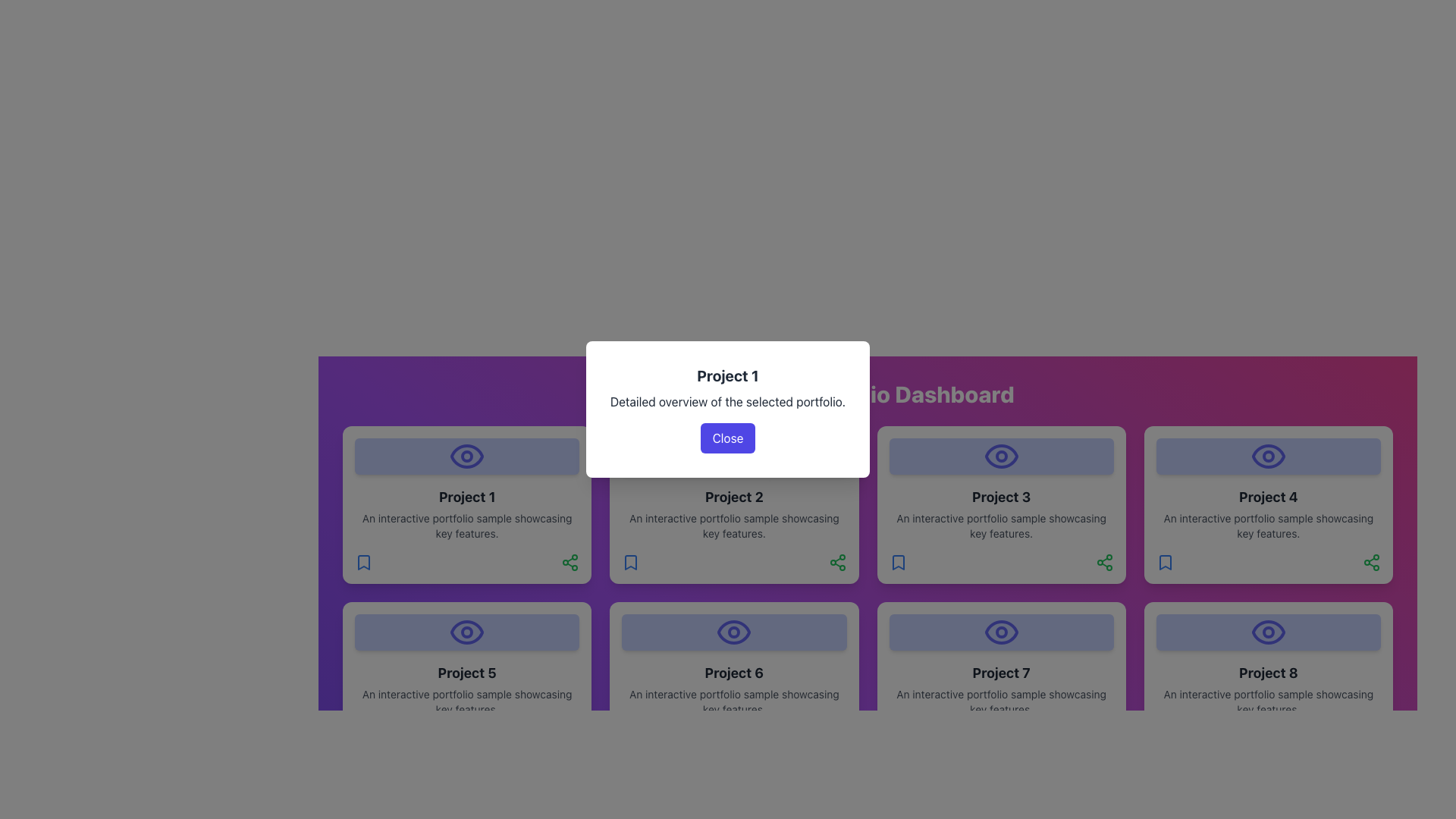 The image size is (1456, 819). What do you see at coordinates (728, 400) in the screenshot?
I see `the static text label displaying 'Detailed overview of the selected portfolio', which is located below the heading 'Project 1' and above the 'Close' button` at bounding box center [728, 400].